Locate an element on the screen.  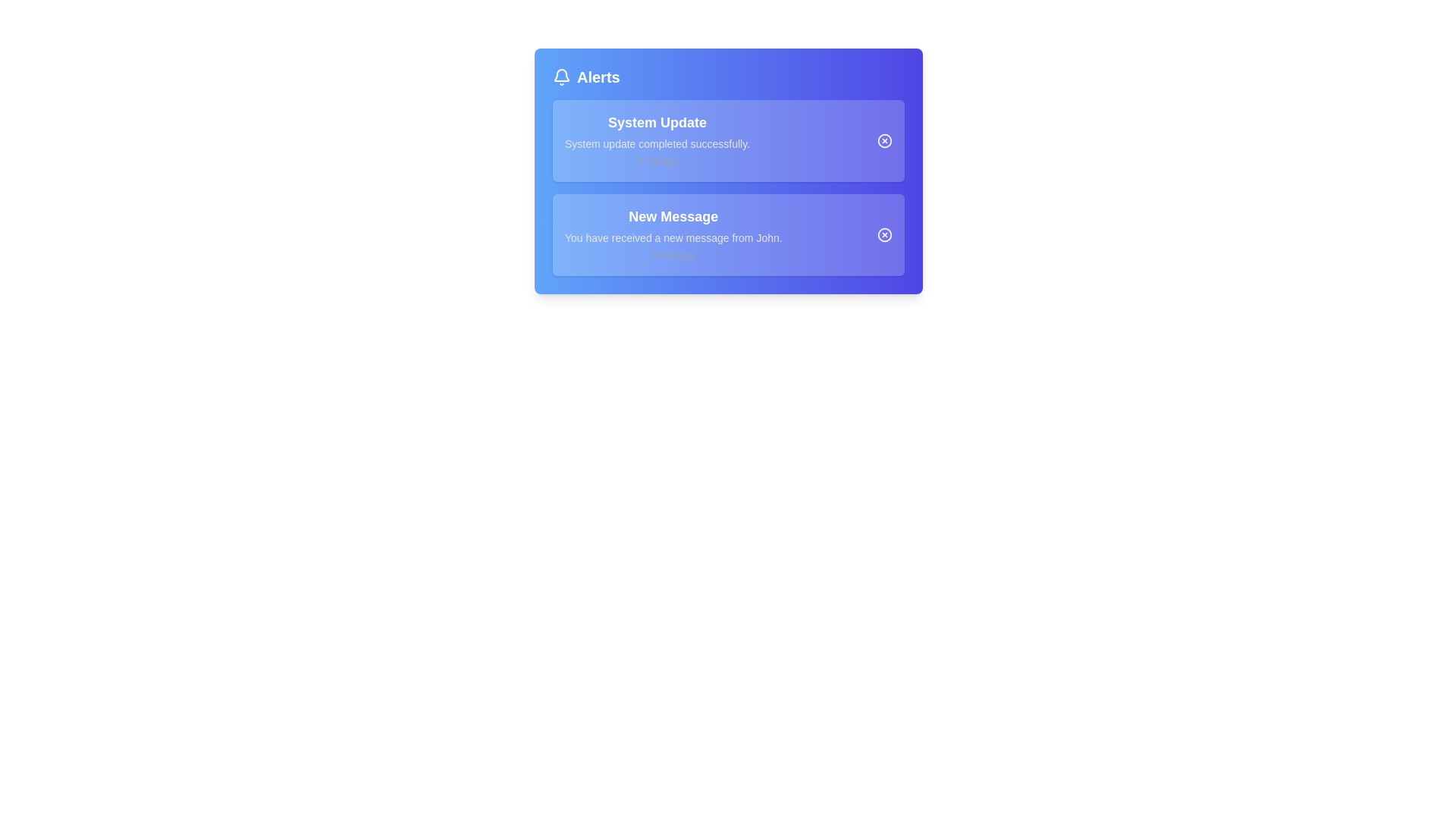
message from the Text Label that displays 'System update completed successfully.' located under the title within the 'System Update' alert card is located at coordinates (657, 143).